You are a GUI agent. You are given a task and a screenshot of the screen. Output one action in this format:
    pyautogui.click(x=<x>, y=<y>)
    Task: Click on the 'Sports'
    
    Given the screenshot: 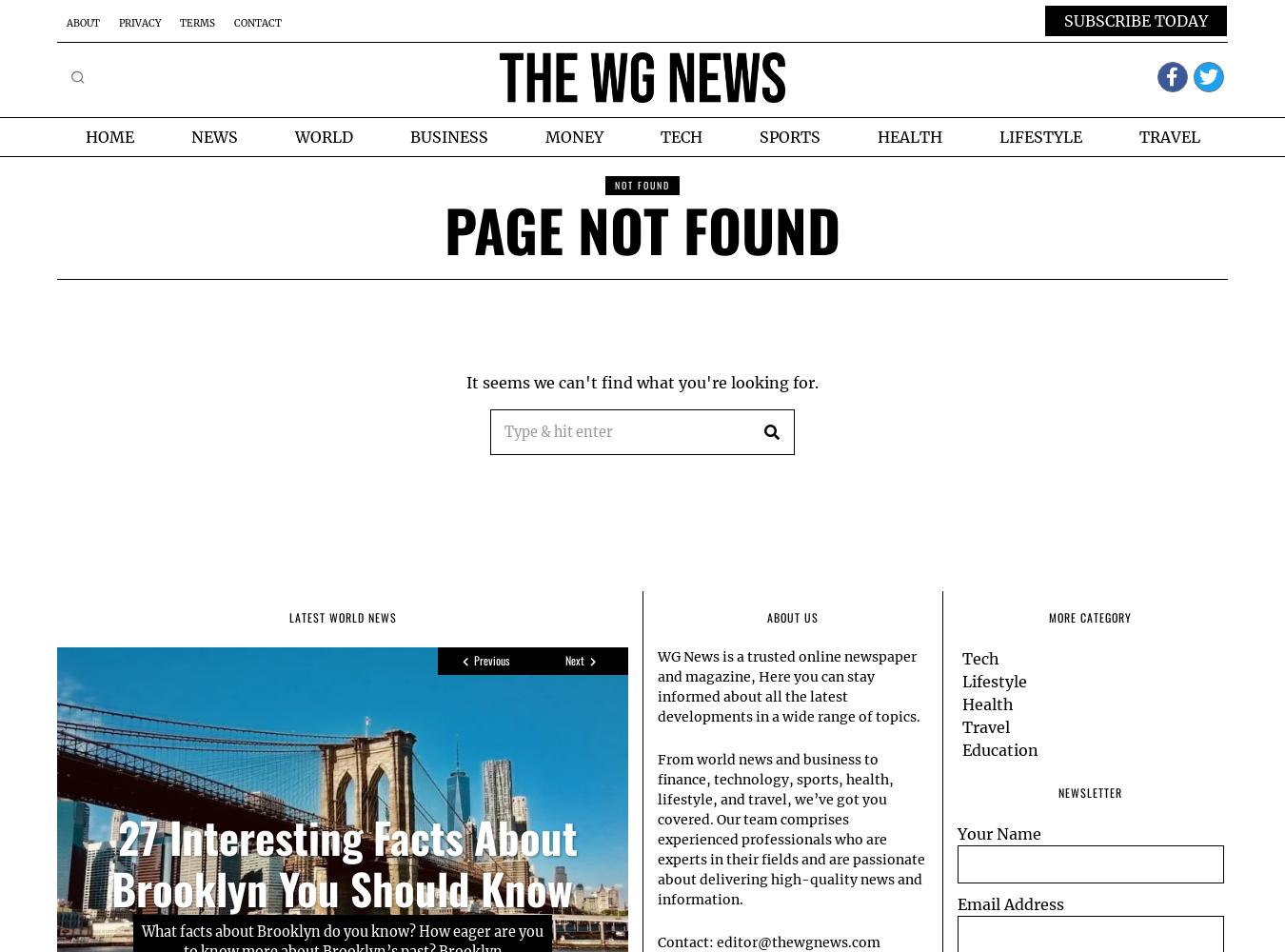 What is the action you would take?
    pyautogui.click(x=789, y=136)
    